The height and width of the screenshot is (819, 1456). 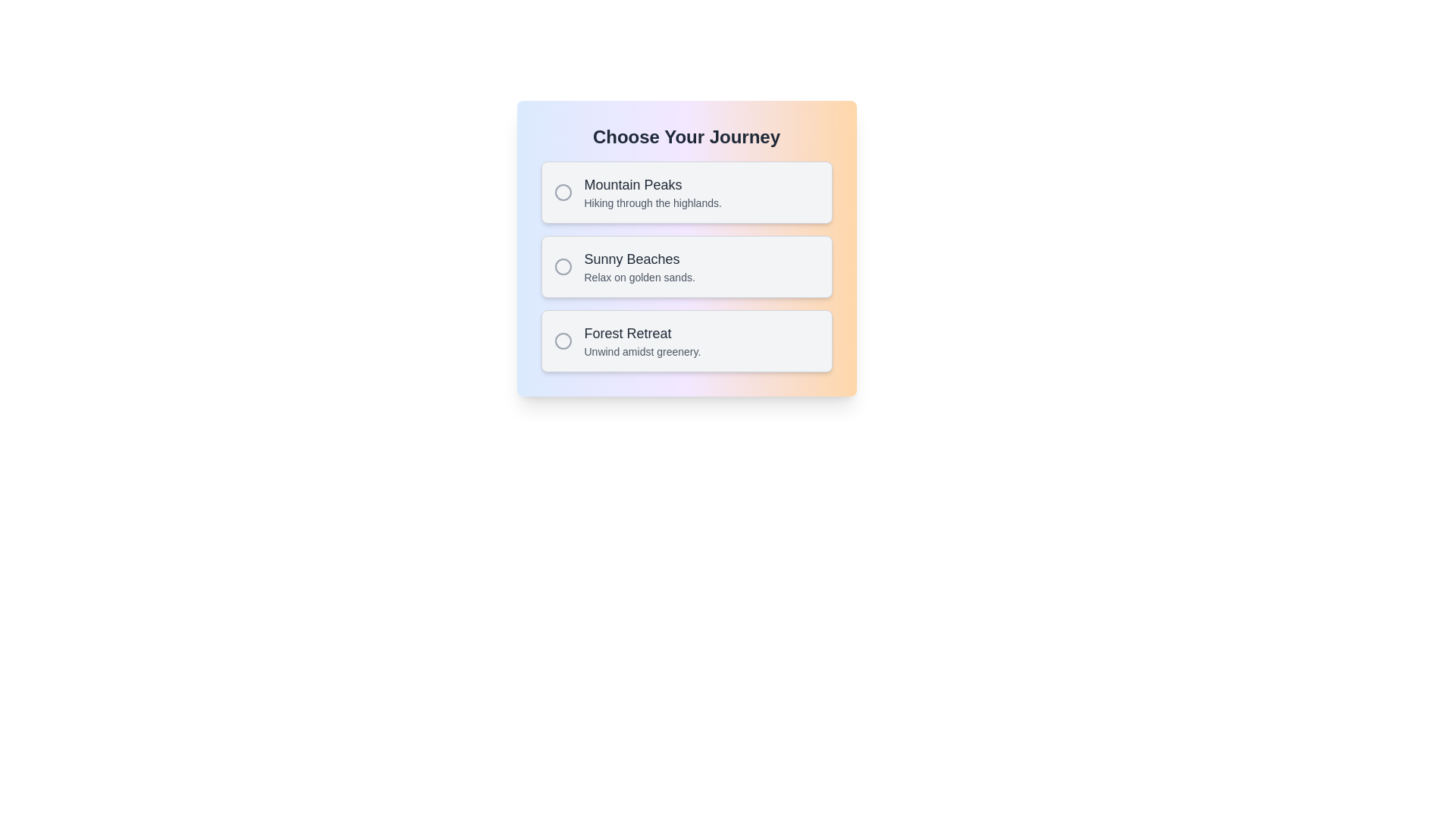 I want to click on the radio button associated with the 'Mountain Peaks' option, so click(x=562, y=192).